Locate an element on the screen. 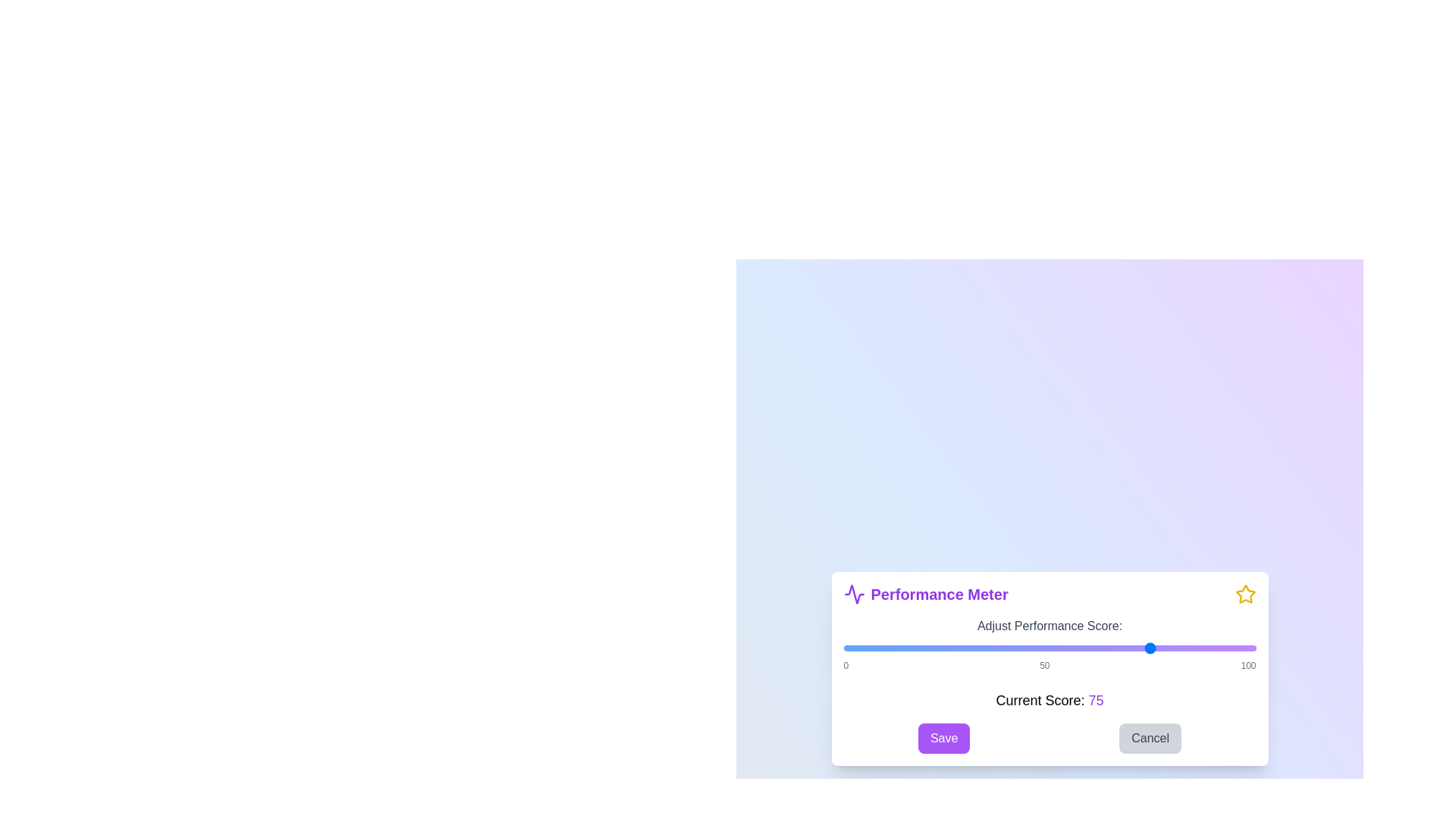 This screenshot has width=1456, height=819. the performance score to 46 using the slider is located at coordinates (1032, 648).